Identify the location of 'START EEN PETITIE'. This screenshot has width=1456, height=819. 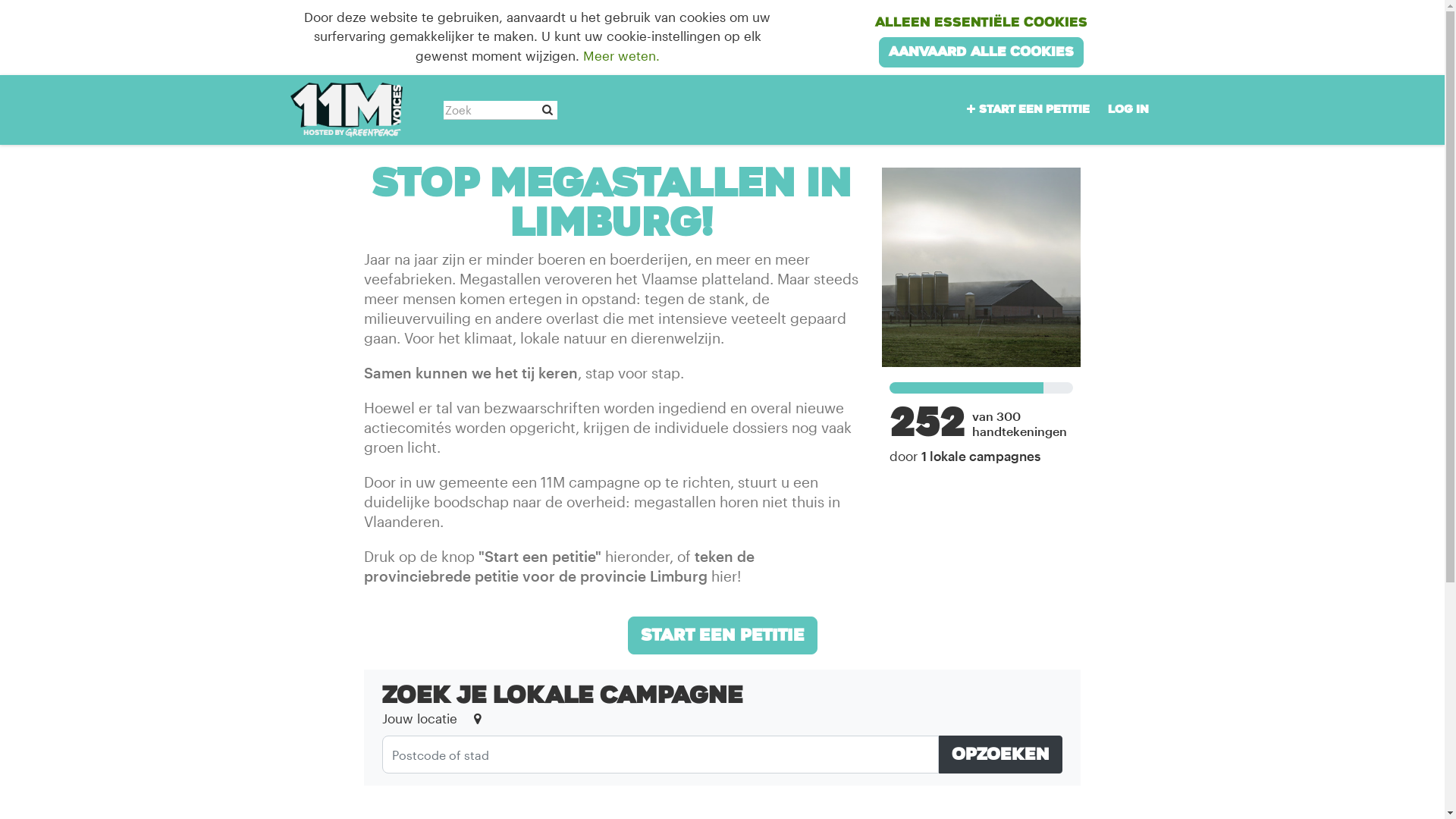
(628, 635).